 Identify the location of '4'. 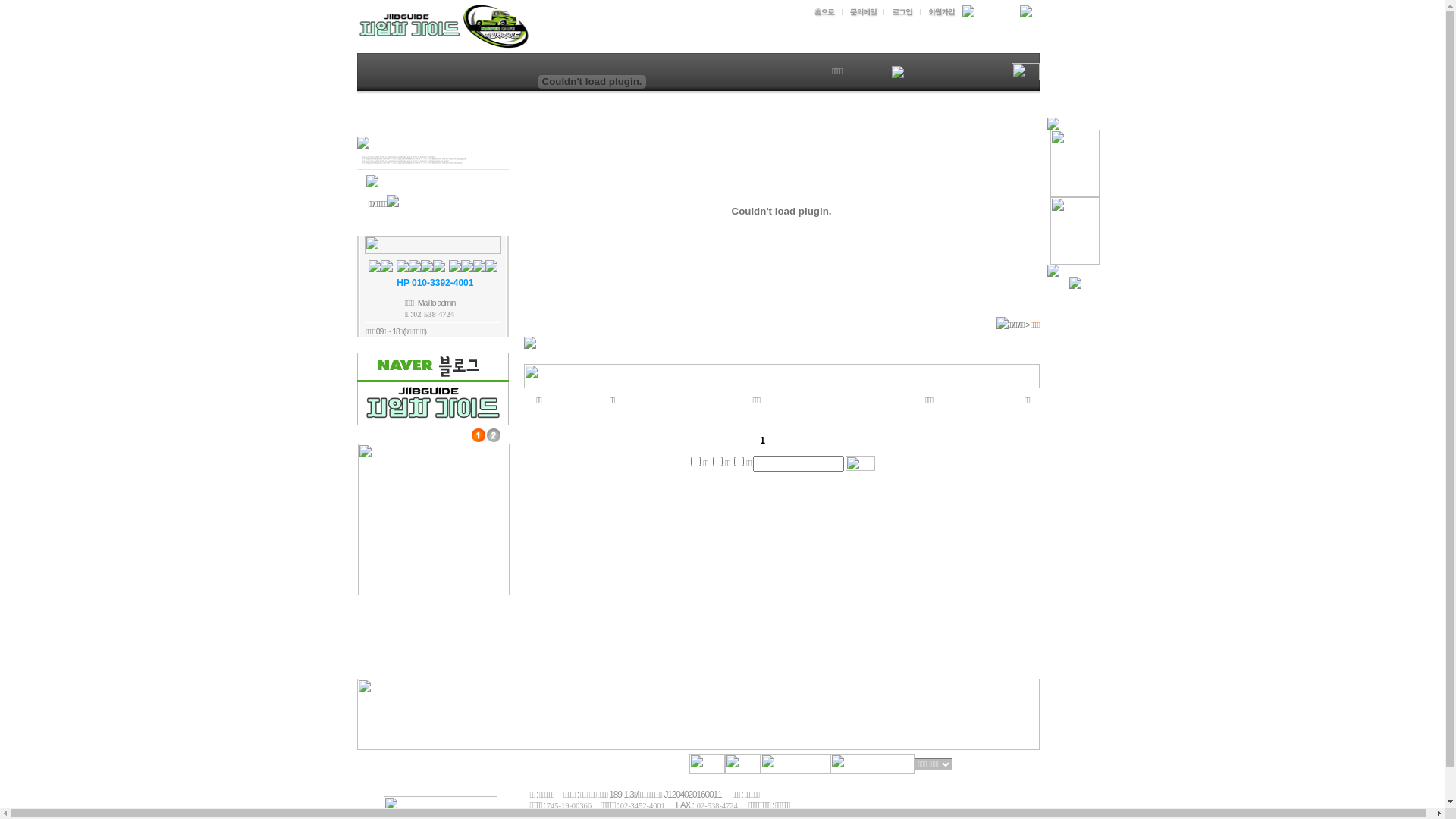
(739, 460).